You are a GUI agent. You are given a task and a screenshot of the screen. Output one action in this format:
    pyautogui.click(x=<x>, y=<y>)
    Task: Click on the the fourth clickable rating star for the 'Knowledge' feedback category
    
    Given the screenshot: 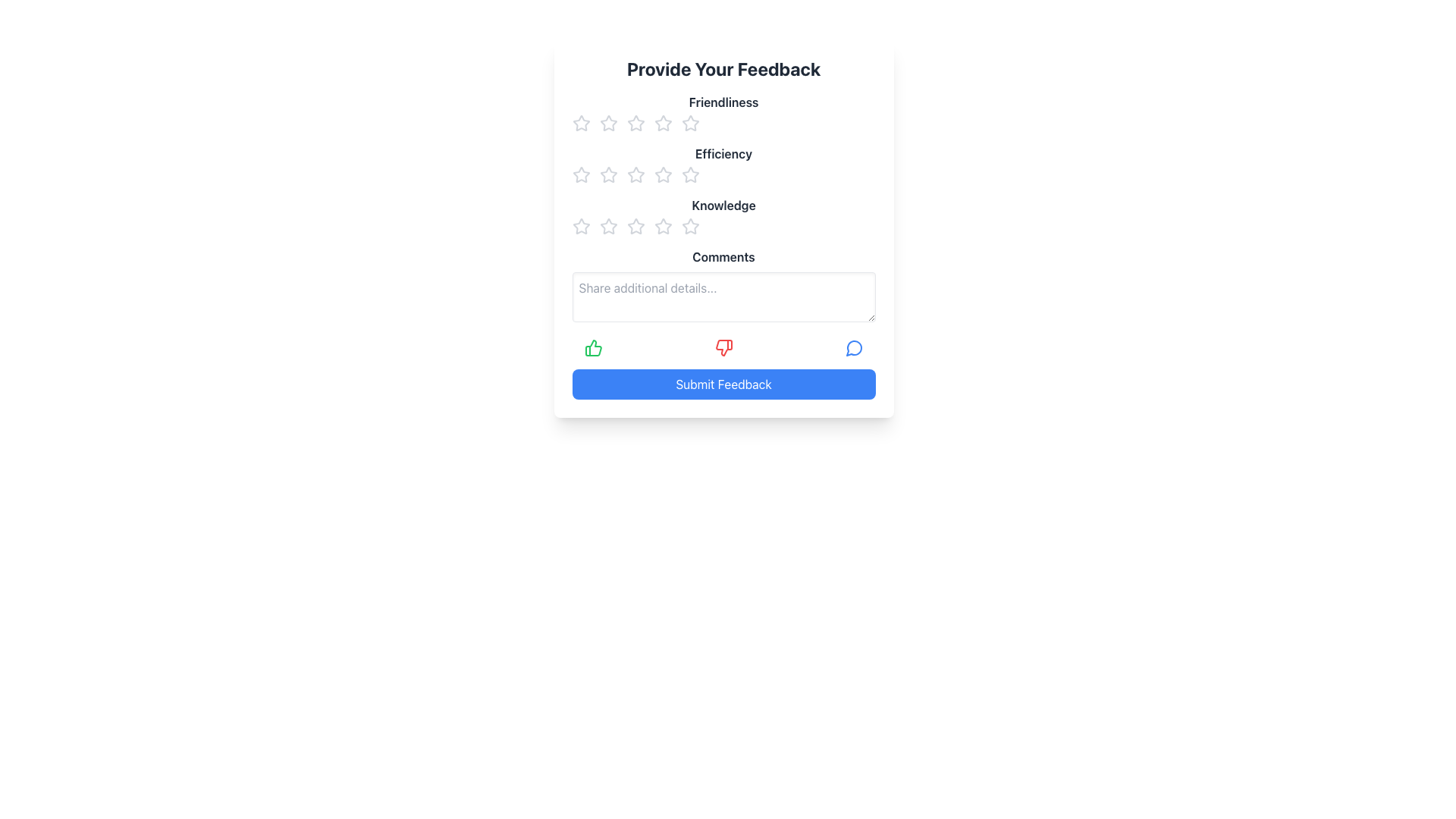 What is the action you would take?
    pyautogui.click(x=663, y=227)
    